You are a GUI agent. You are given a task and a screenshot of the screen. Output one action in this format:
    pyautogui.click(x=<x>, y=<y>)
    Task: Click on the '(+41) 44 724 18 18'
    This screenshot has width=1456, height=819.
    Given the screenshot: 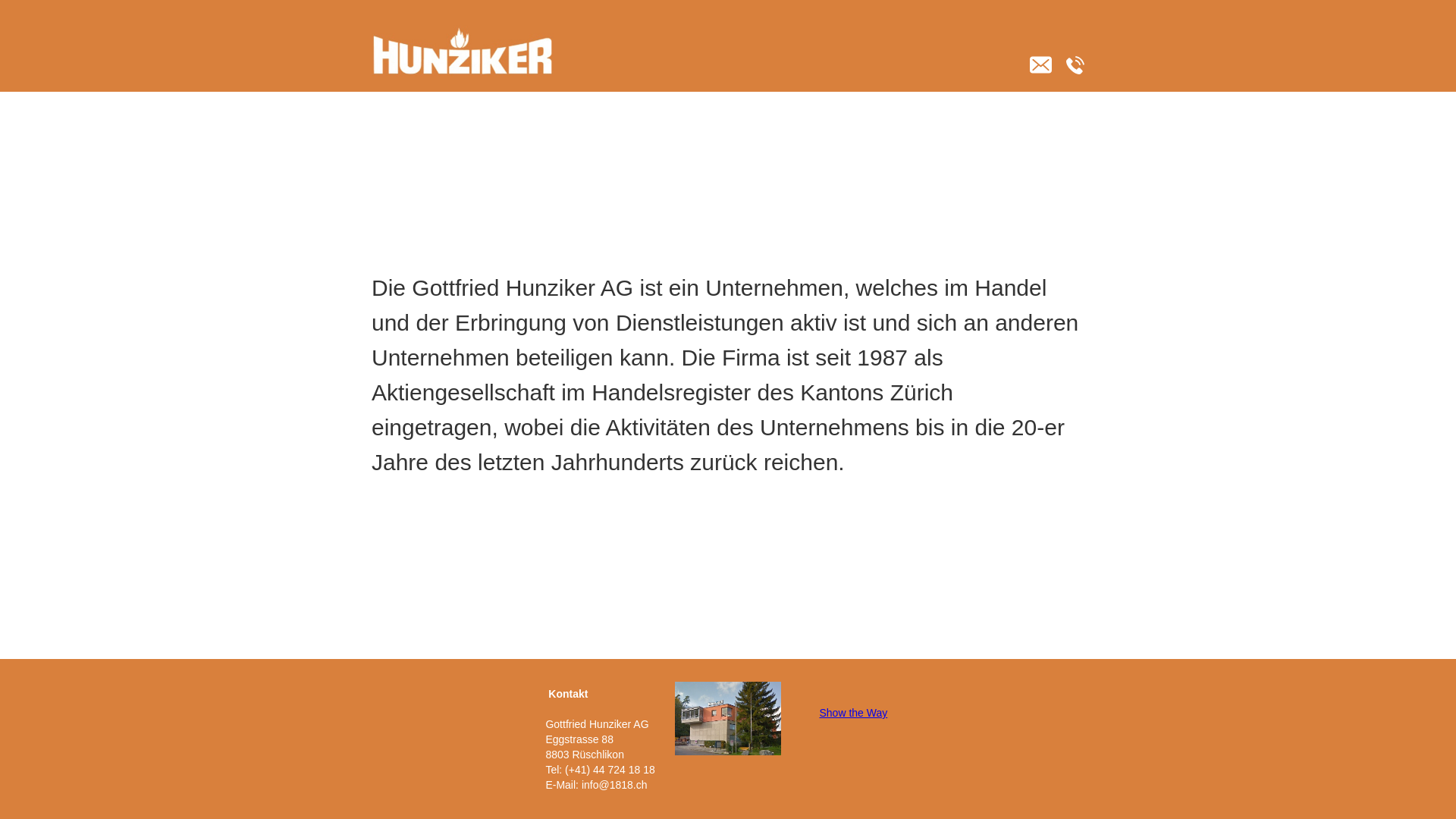 What is the action you would take?
    pyautogui.click(x=610, y=769)
    